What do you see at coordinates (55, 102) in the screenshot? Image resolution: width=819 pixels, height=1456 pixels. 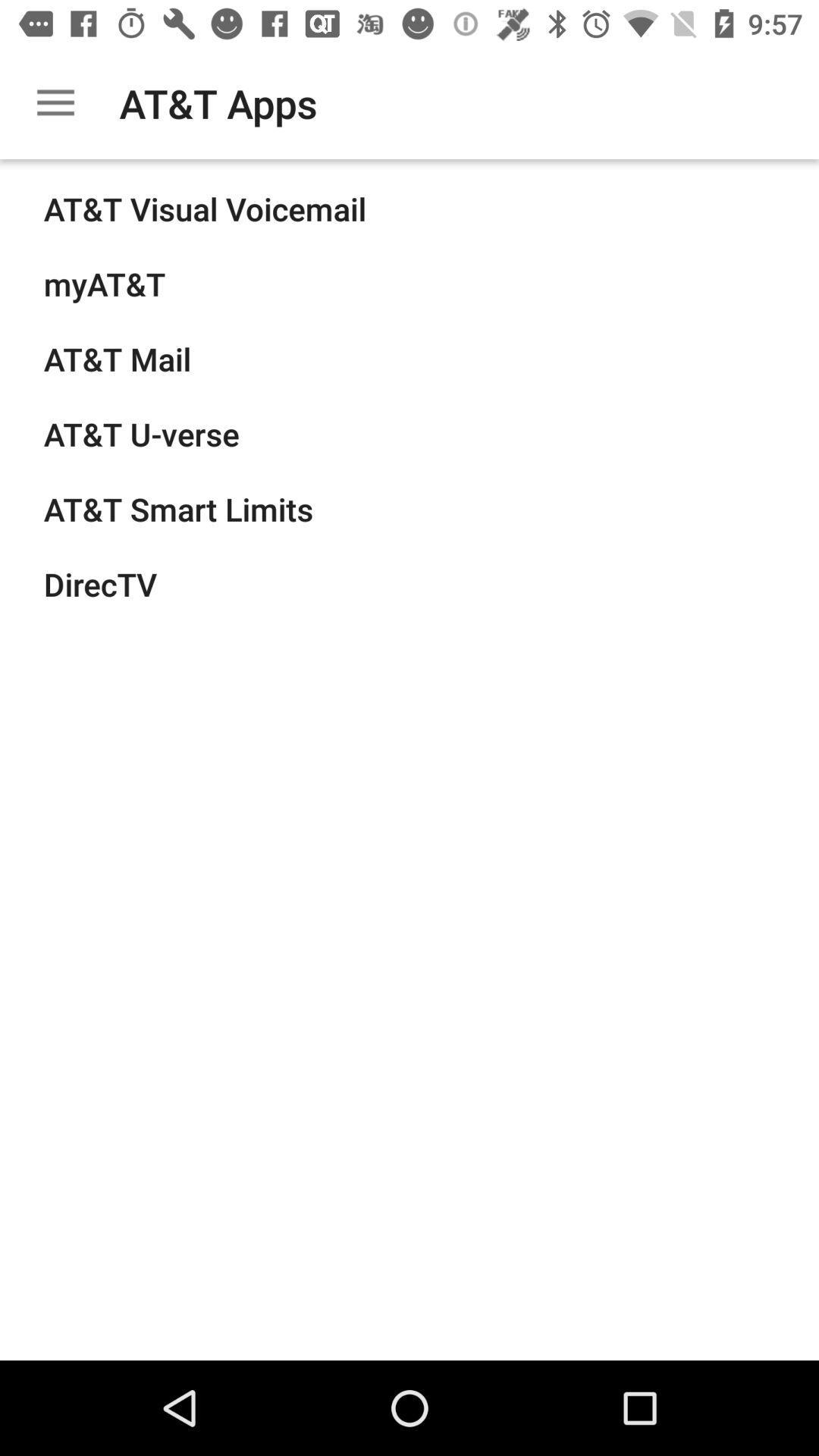 I see `icon above the at t visual item` at bounding box center [55, 102].